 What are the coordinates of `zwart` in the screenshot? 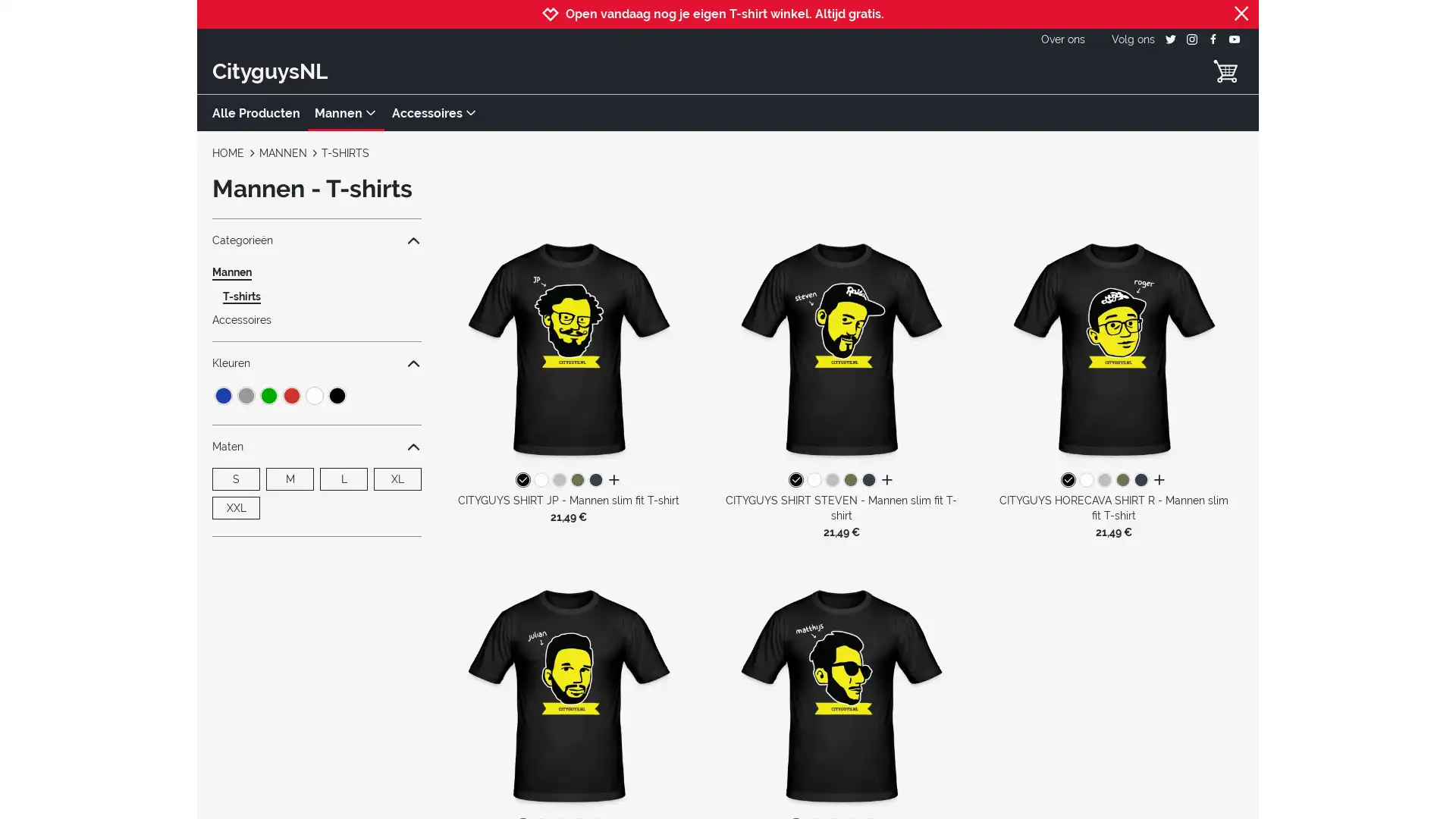 It's located at (1068, 480).